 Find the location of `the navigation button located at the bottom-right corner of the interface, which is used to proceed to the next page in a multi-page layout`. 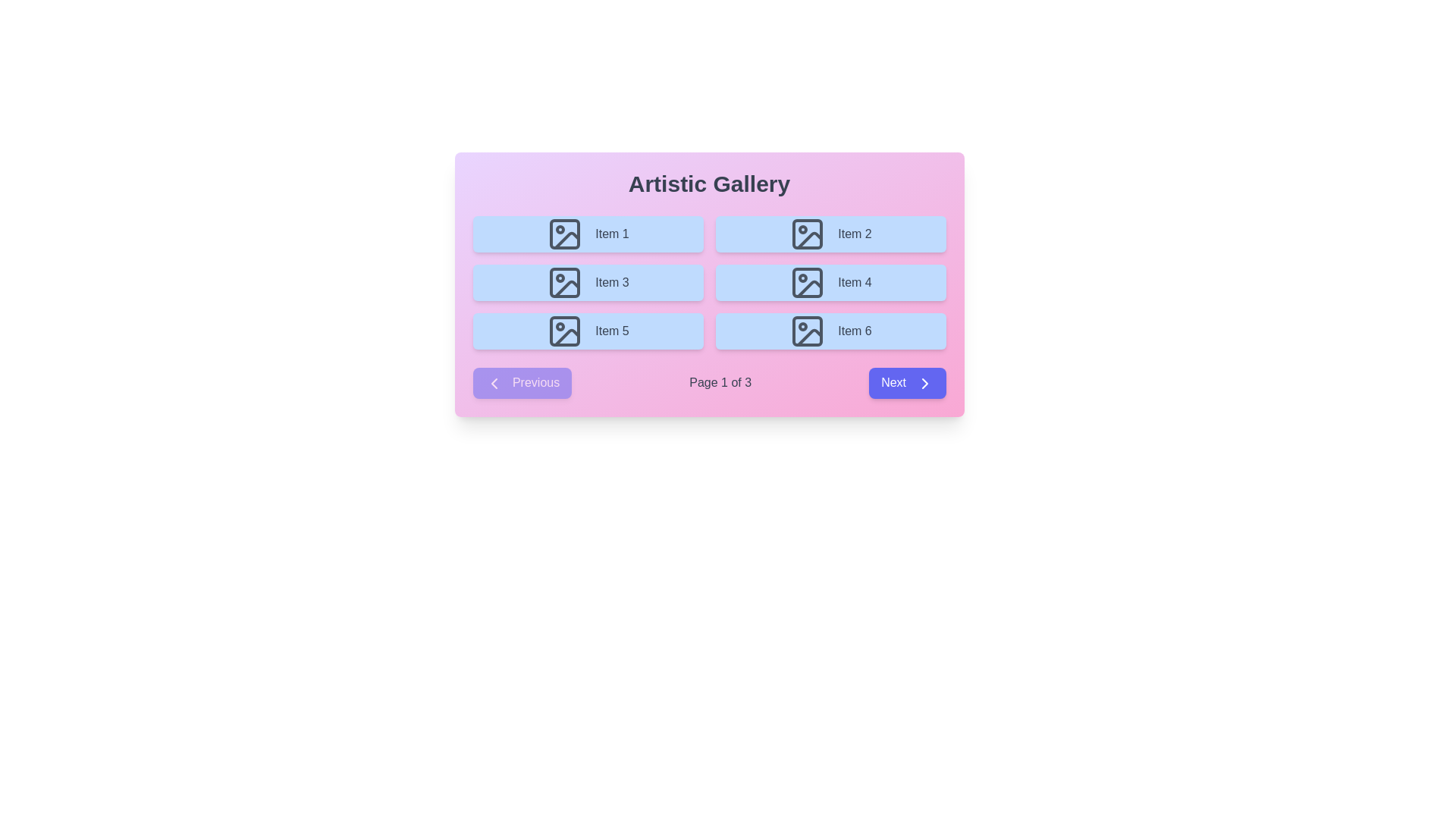

the navigation button located at the bottom-right corner of the interface, which is used to proceed to the next page in a multi-page layout is located at coordinates (907, 382).